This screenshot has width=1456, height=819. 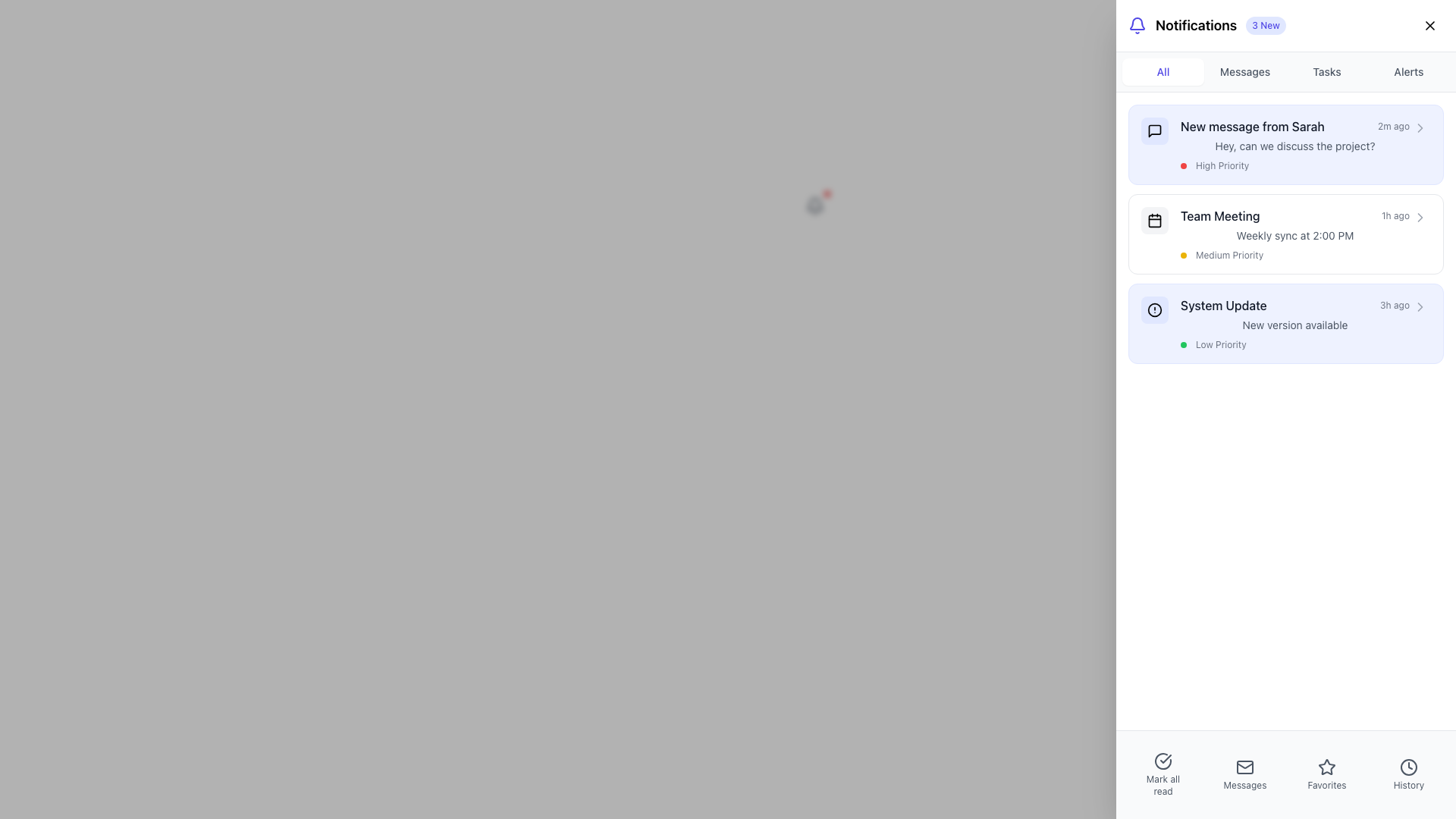 I want to click on the gray rectangle with rounded corners containing the calendar icon, so click(x=1153, y=220).